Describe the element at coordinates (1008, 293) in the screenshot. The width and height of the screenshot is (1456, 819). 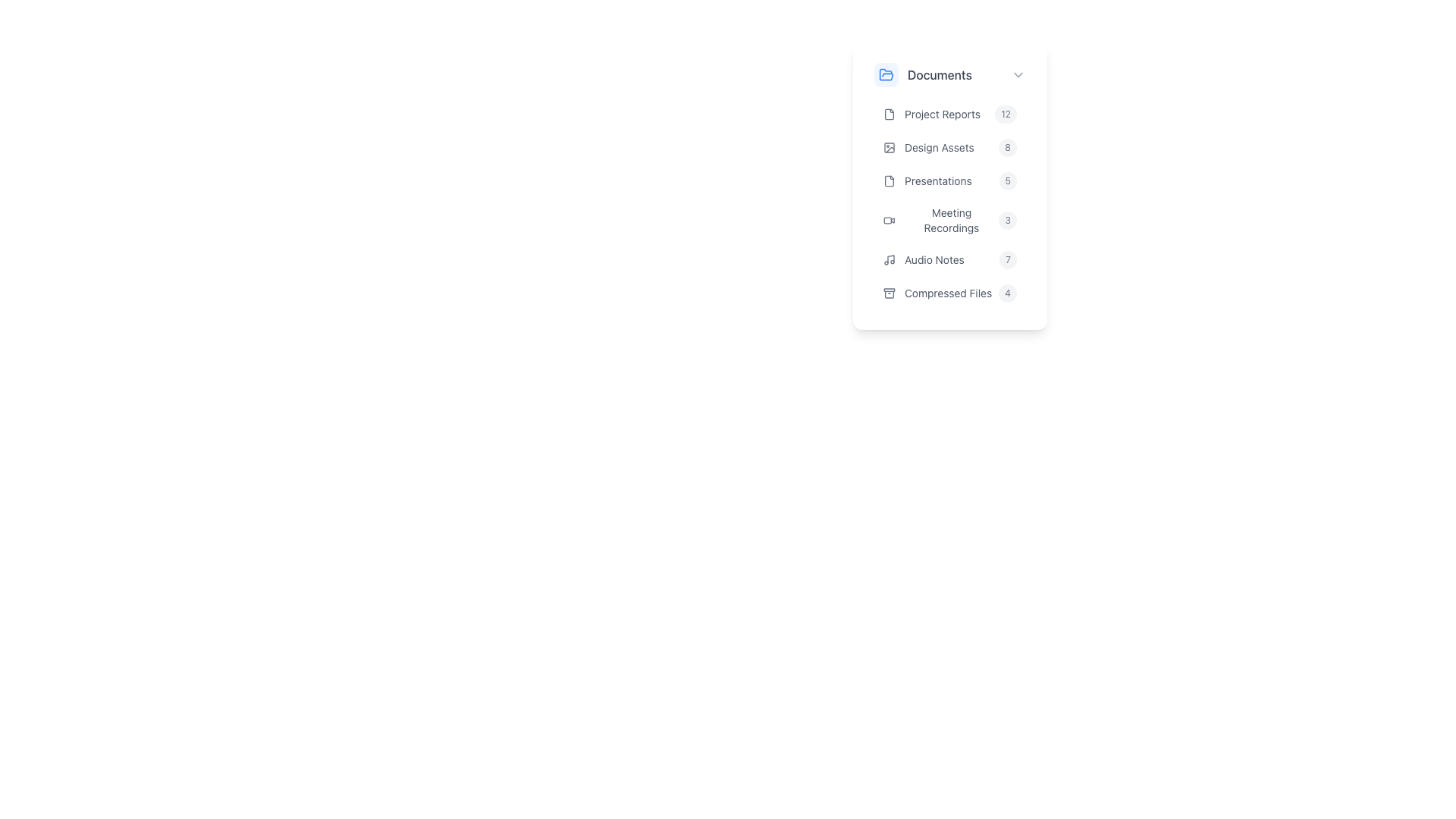
I see `the informational badge displaying the number '4' in gray text, which is located at the far right of the 'Compressed Files' row` at that location.